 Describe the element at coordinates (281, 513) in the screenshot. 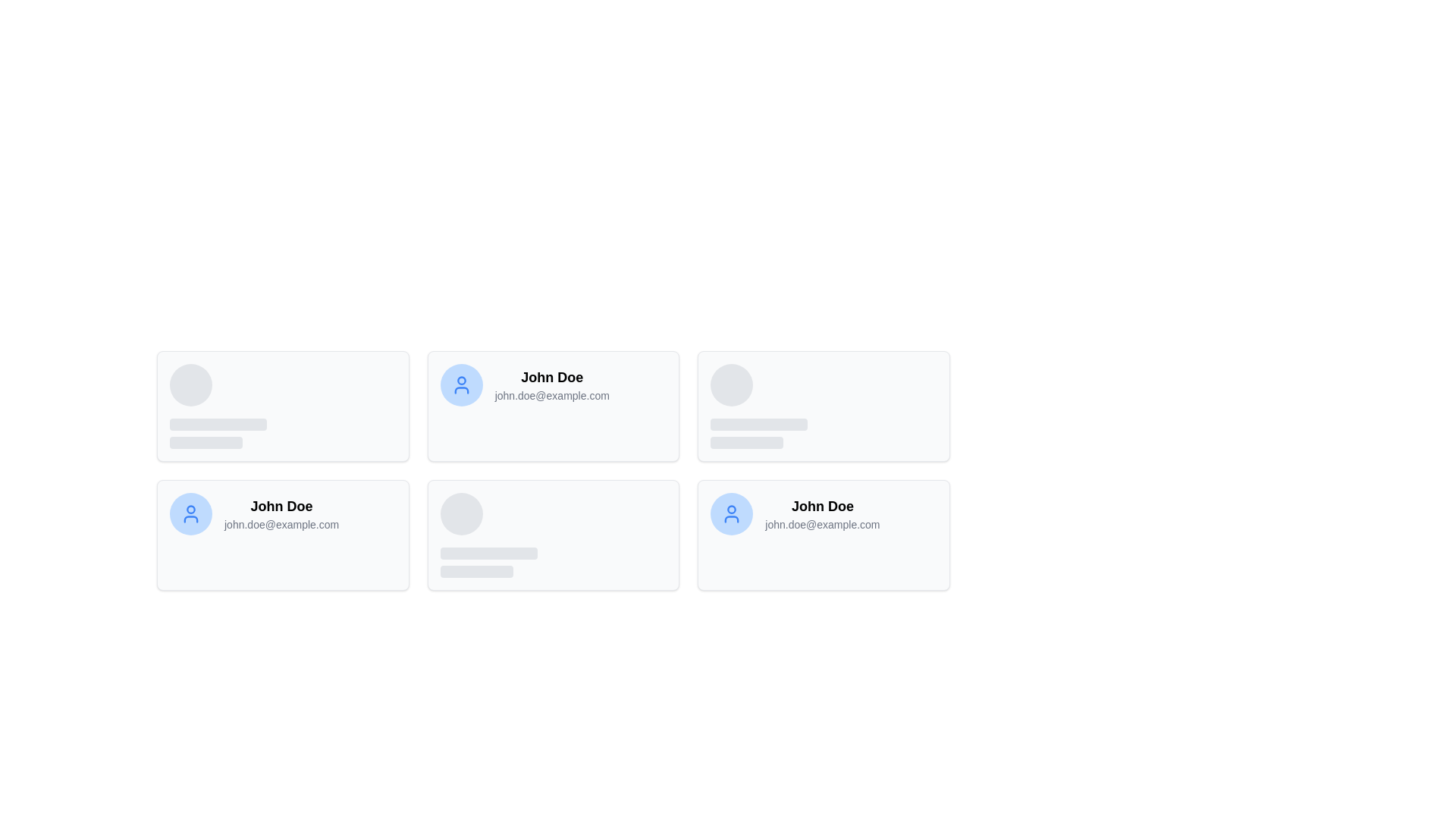

I see `the text block displaying 'John Doe' and 'john.doe@example.com'` at that location.